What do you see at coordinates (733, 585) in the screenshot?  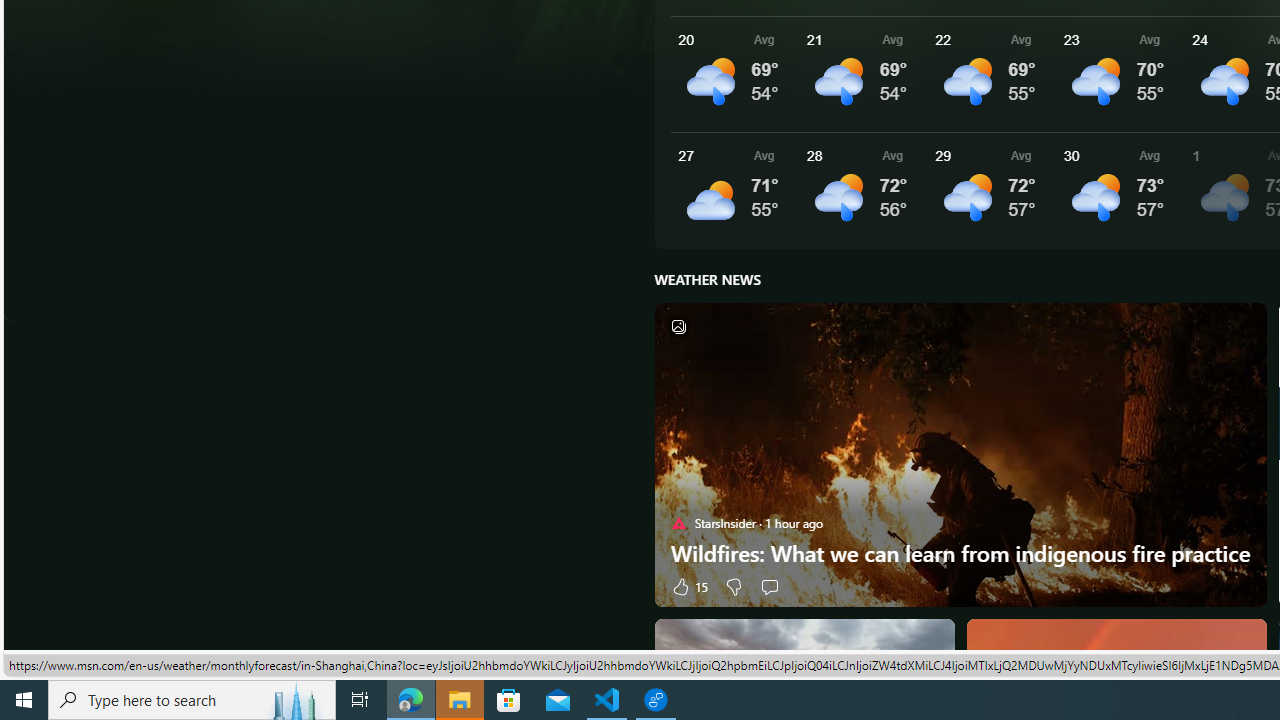 I see `'Dislike'` at bounding box center [733, 585].